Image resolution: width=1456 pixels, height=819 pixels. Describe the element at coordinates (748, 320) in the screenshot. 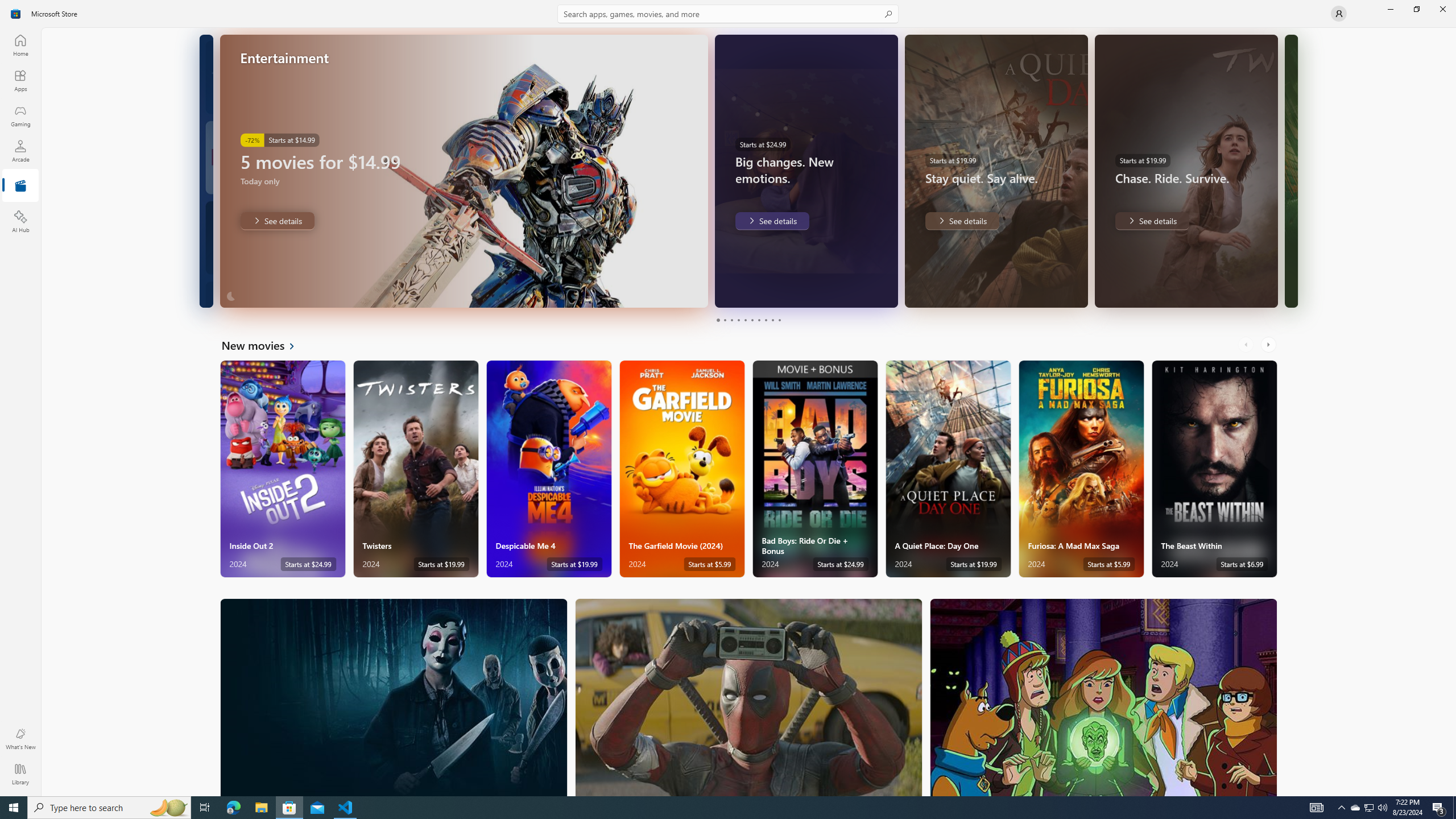

I see `'Pager'` at that location.